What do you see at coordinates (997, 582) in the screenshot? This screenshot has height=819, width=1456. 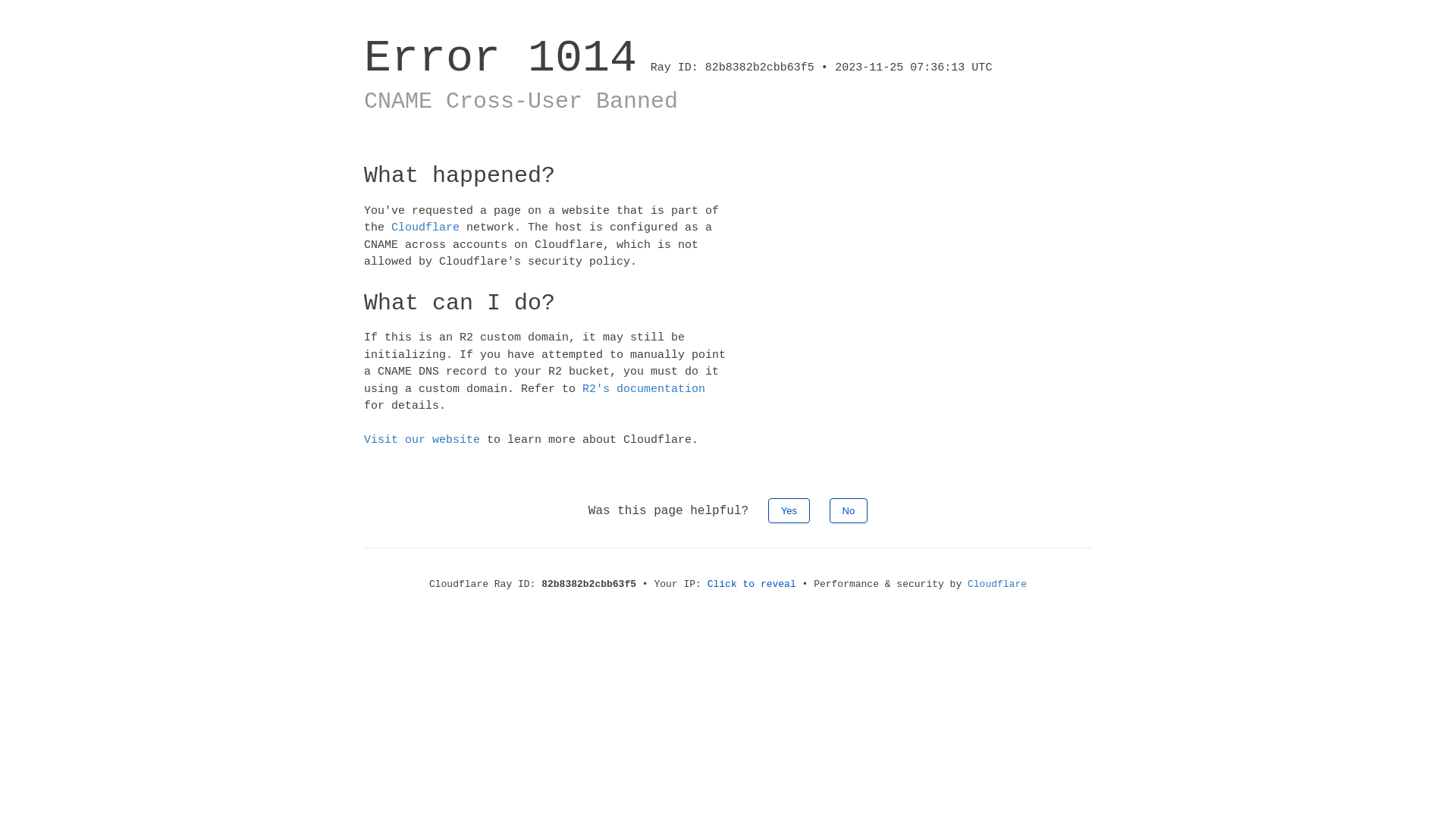 I see `'Cloudflare'` at bounding box center [997, 582].